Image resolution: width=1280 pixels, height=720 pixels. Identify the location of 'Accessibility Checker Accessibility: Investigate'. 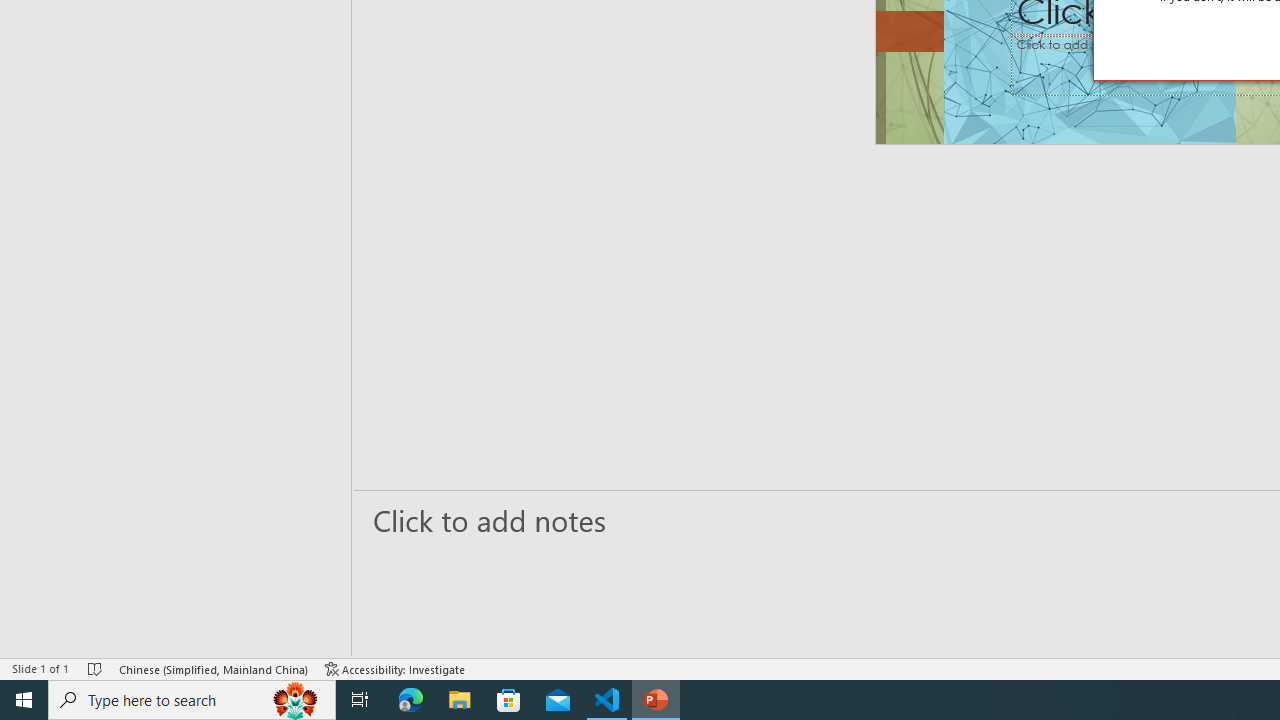
(395, 669).